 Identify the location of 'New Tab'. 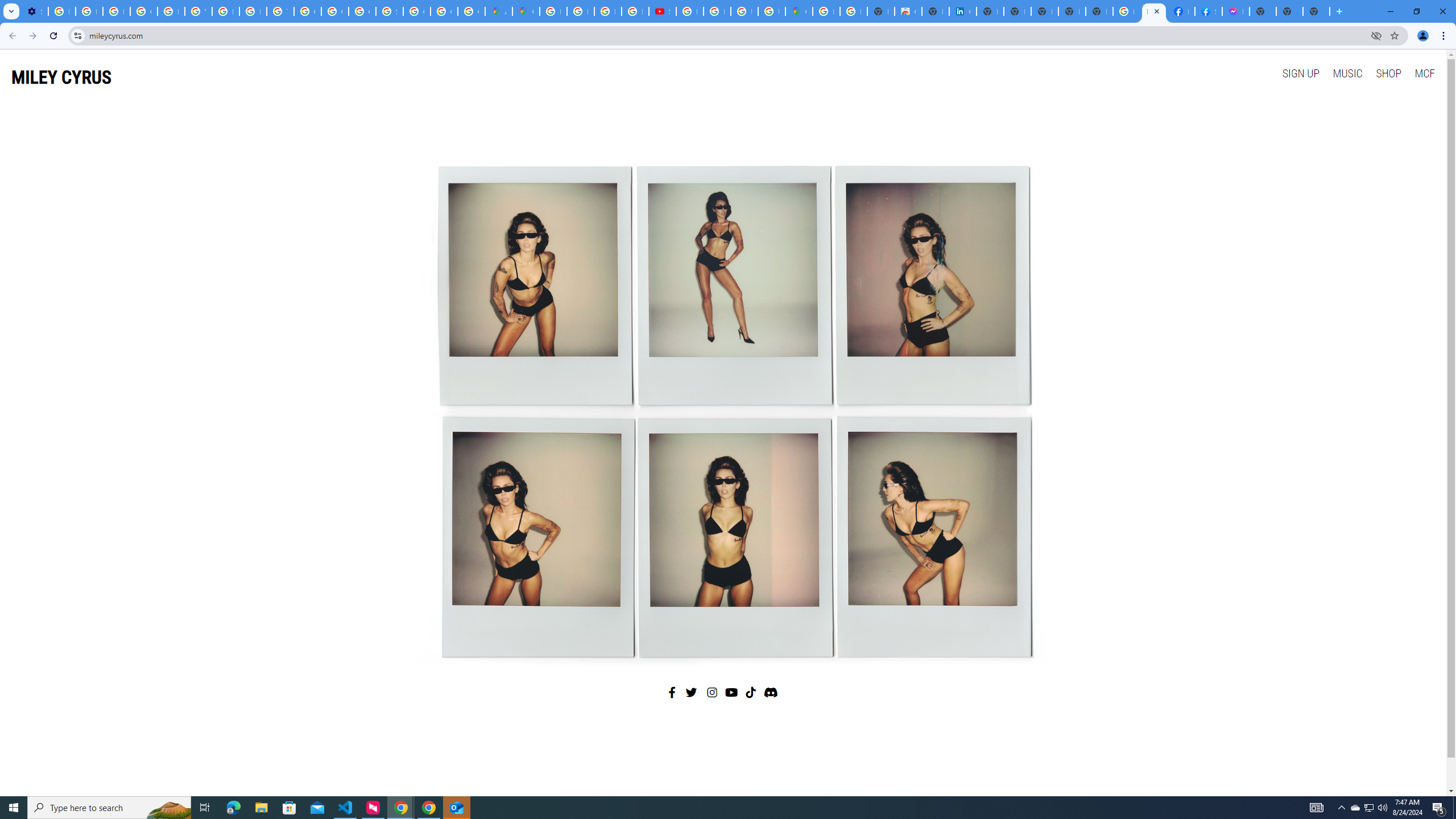
(1316, 11).